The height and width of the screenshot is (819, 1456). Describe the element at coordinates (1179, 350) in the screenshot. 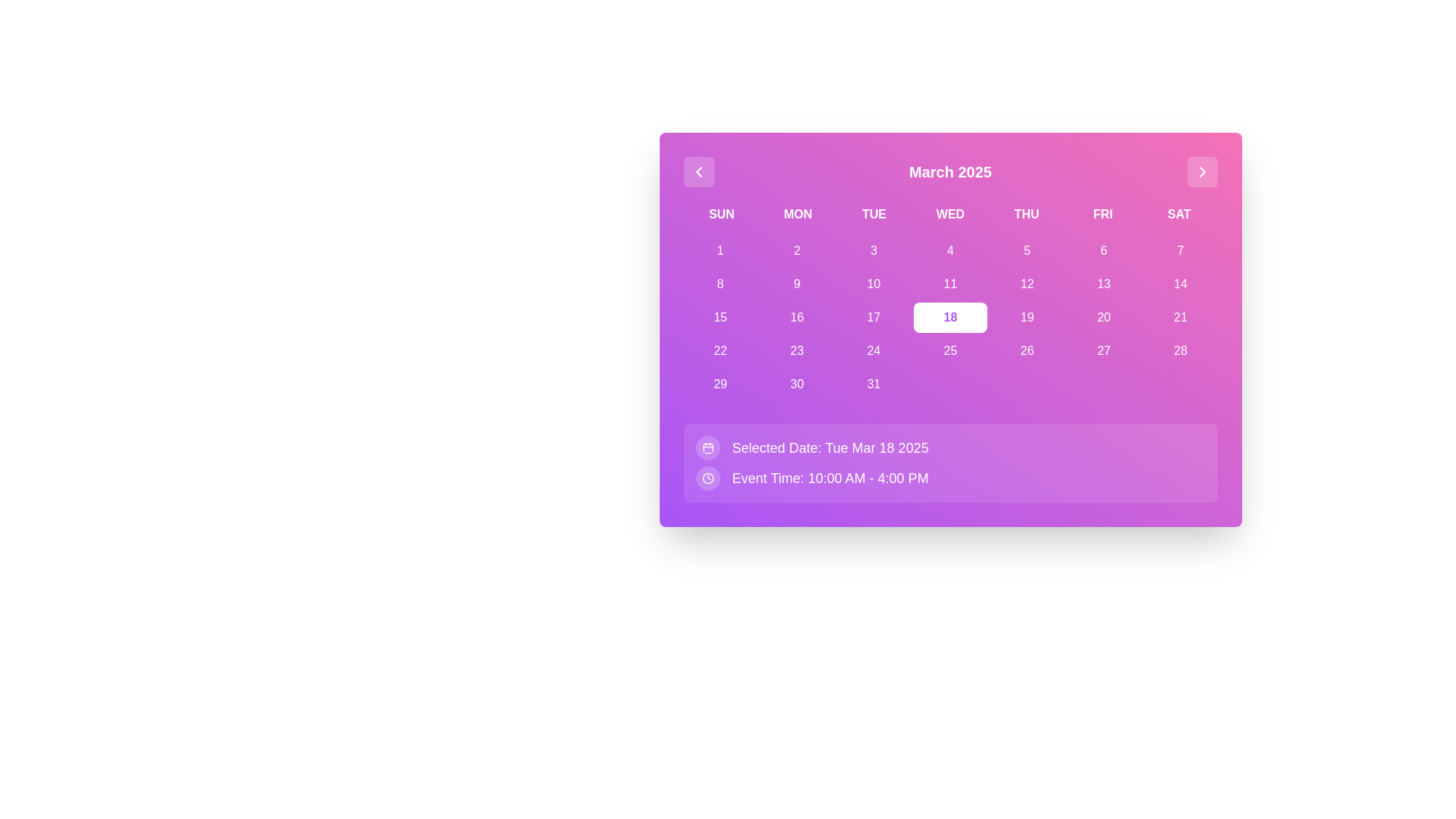

I see `the interactive date button '28' in the calendar interface` at that location.